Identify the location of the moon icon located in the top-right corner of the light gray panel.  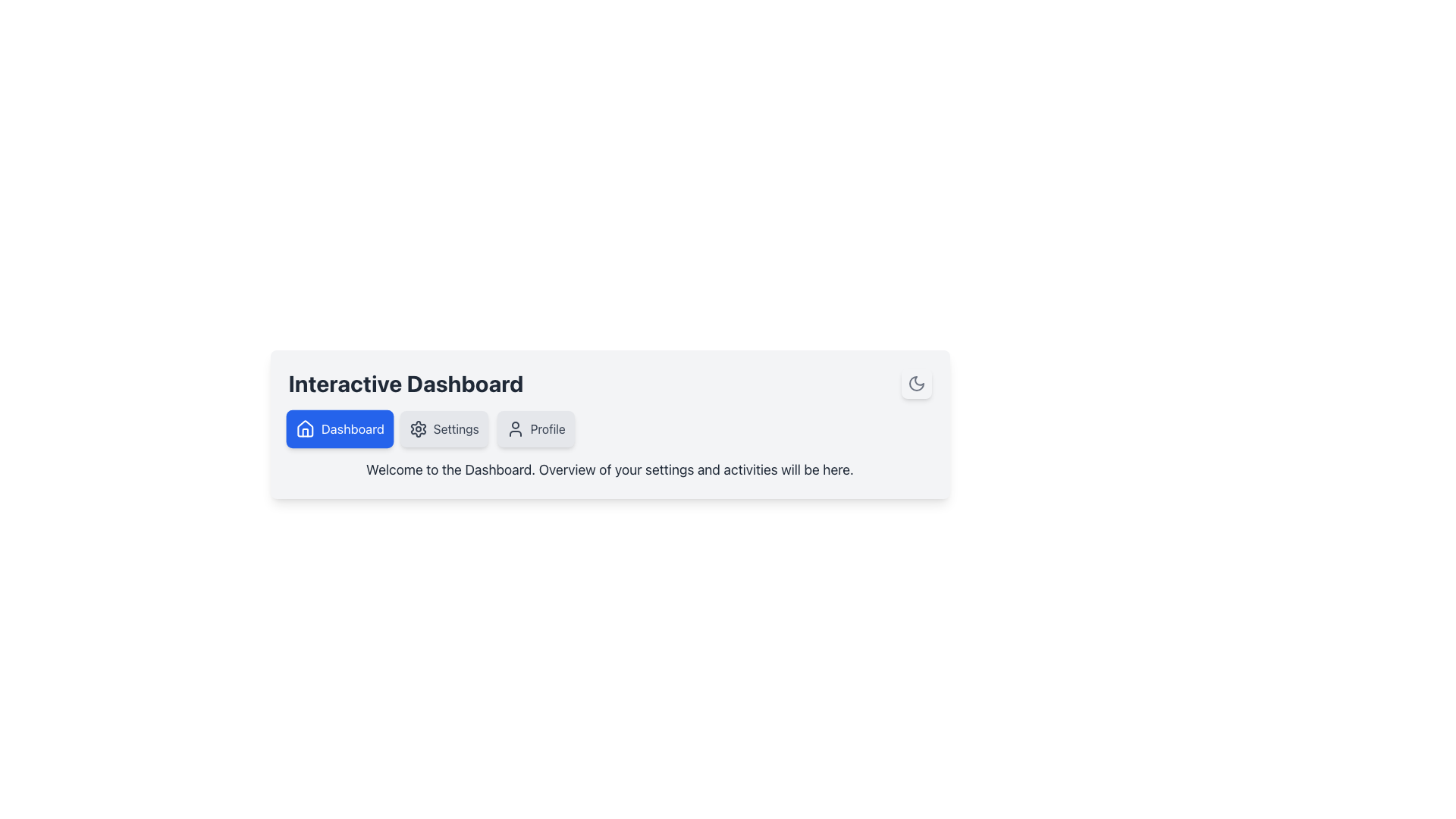
(915, 382).